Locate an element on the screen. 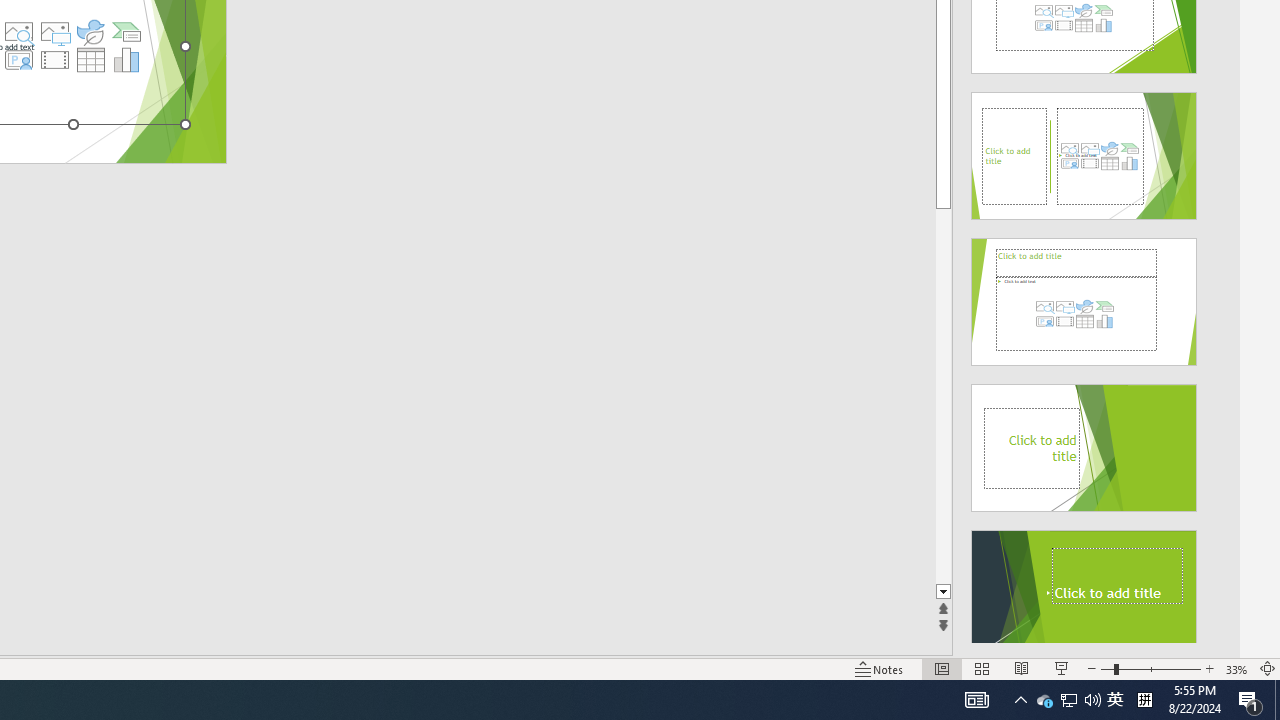 This screenshot has width=1280, height=720. 'Stock Images' is located at coordinates (18, 32).